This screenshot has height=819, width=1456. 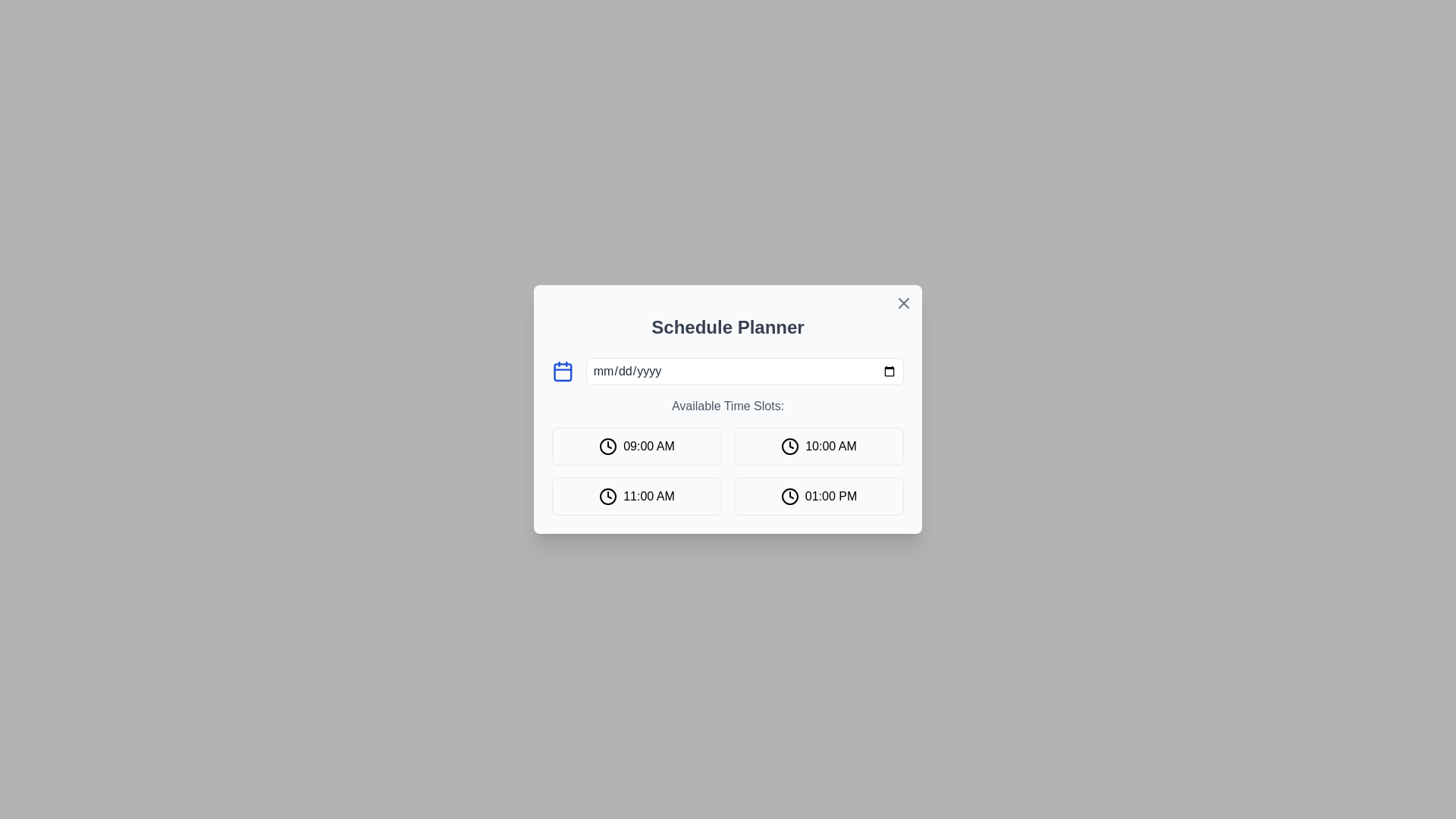 I want to click on the clock icon located to the left of the '11:00 AM' time button, which is part of a grid layout of similar time buttons, so click(x=608, y=497).